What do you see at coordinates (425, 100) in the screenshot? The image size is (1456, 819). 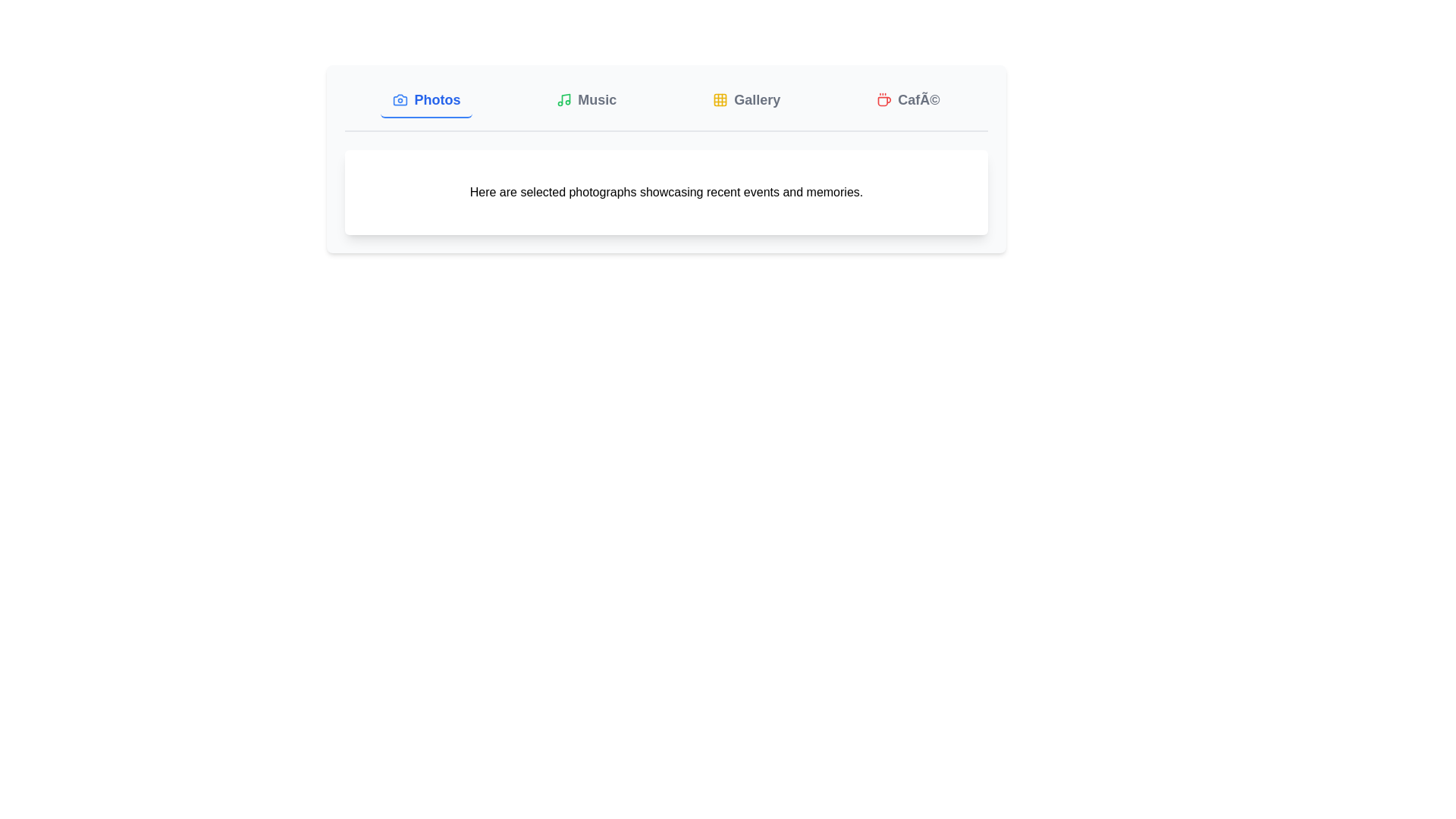 I see `the 'Photos' tab in the navigation bar, which has bold blue text and an underline indicating it is active` at bounding box center [425, 100].